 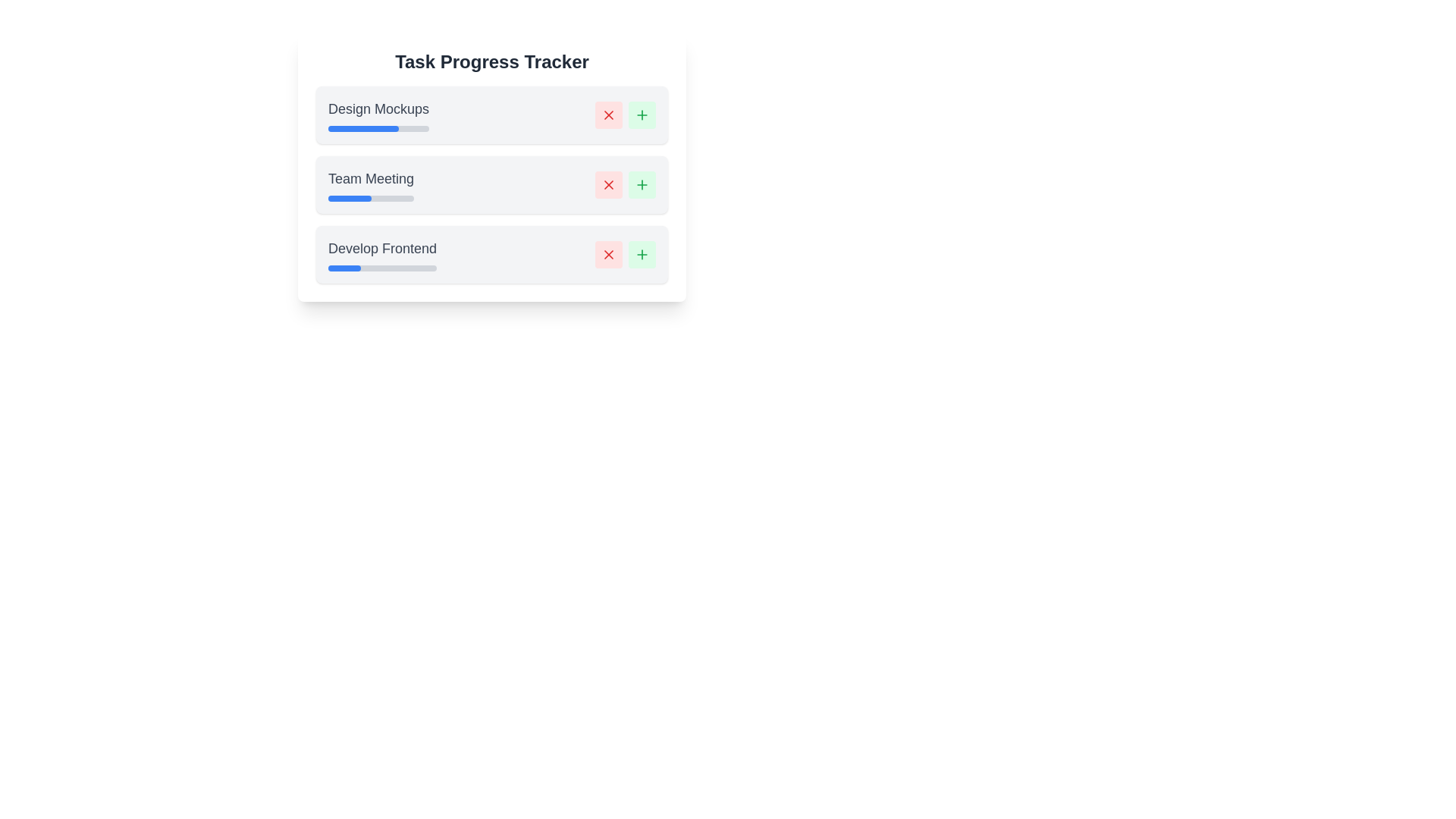 What do you see at coordinates (608, 253) in the screenshot?
I see `the minus button for the task Develop Frontend to adjust its progress` at bounding box center [608, 253].